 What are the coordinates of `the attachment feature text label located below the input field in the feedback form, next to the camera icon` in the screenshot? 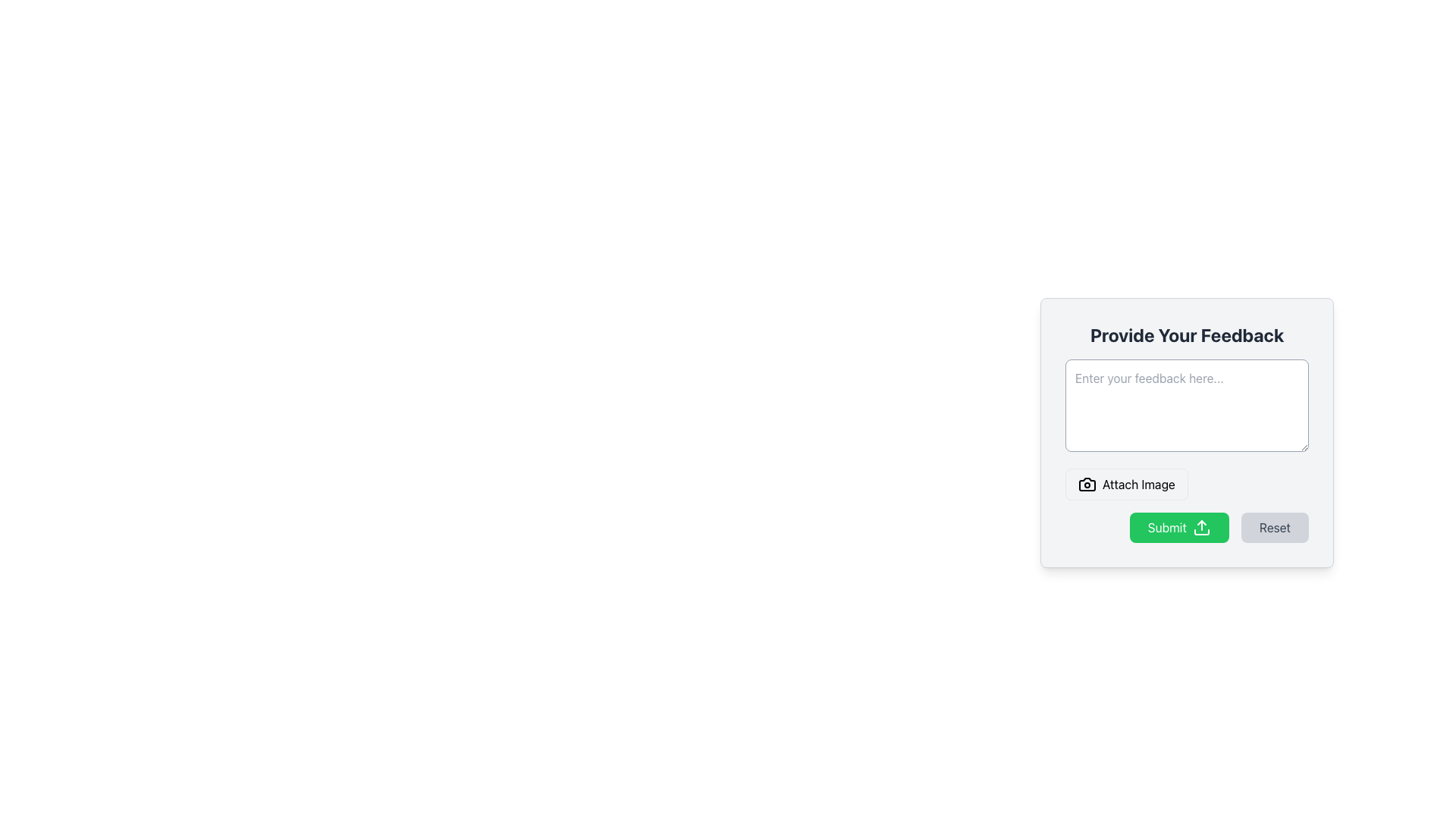 It's located at (1138, 485).